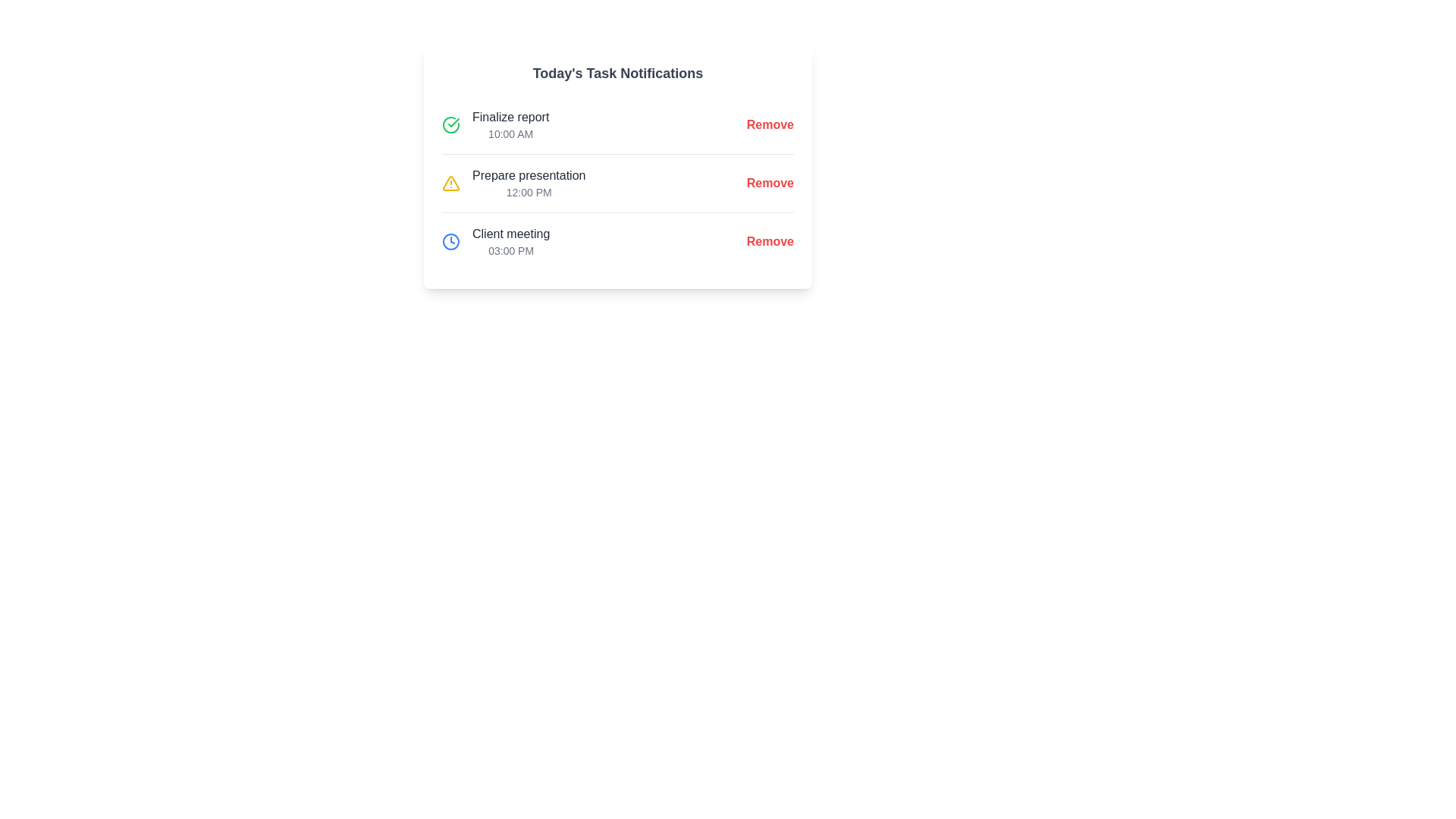 This screenshot has height=819, width=1456. I want to click on the second task label in the 'Today's Task Notifications' section, which displays the title and scheduled time of the task, located between 'Finalize report' and 'Client meeting', so click(529, 183).